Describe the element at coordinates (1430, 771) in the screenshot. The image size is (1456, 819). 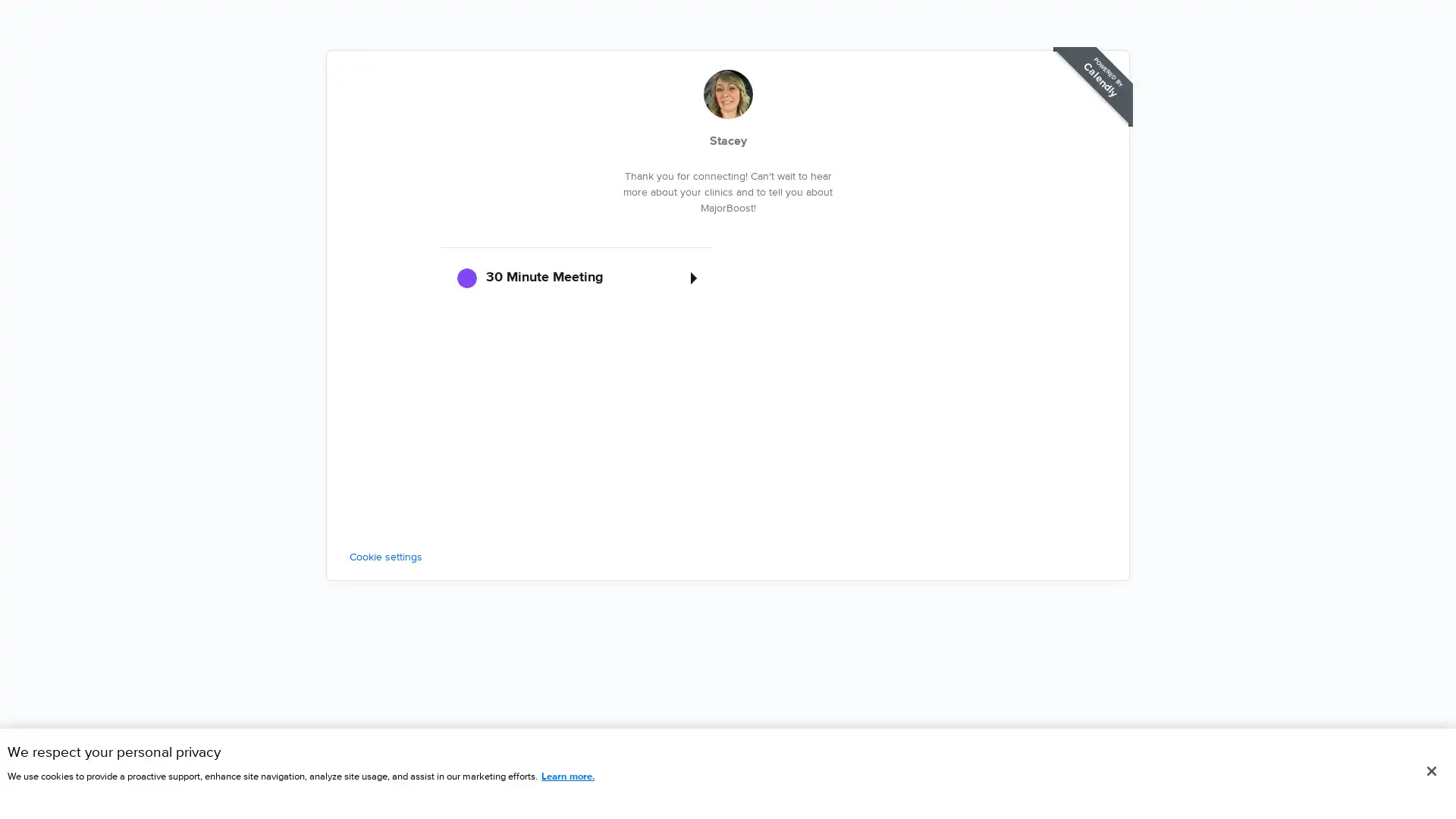
I see `Close` at that location.